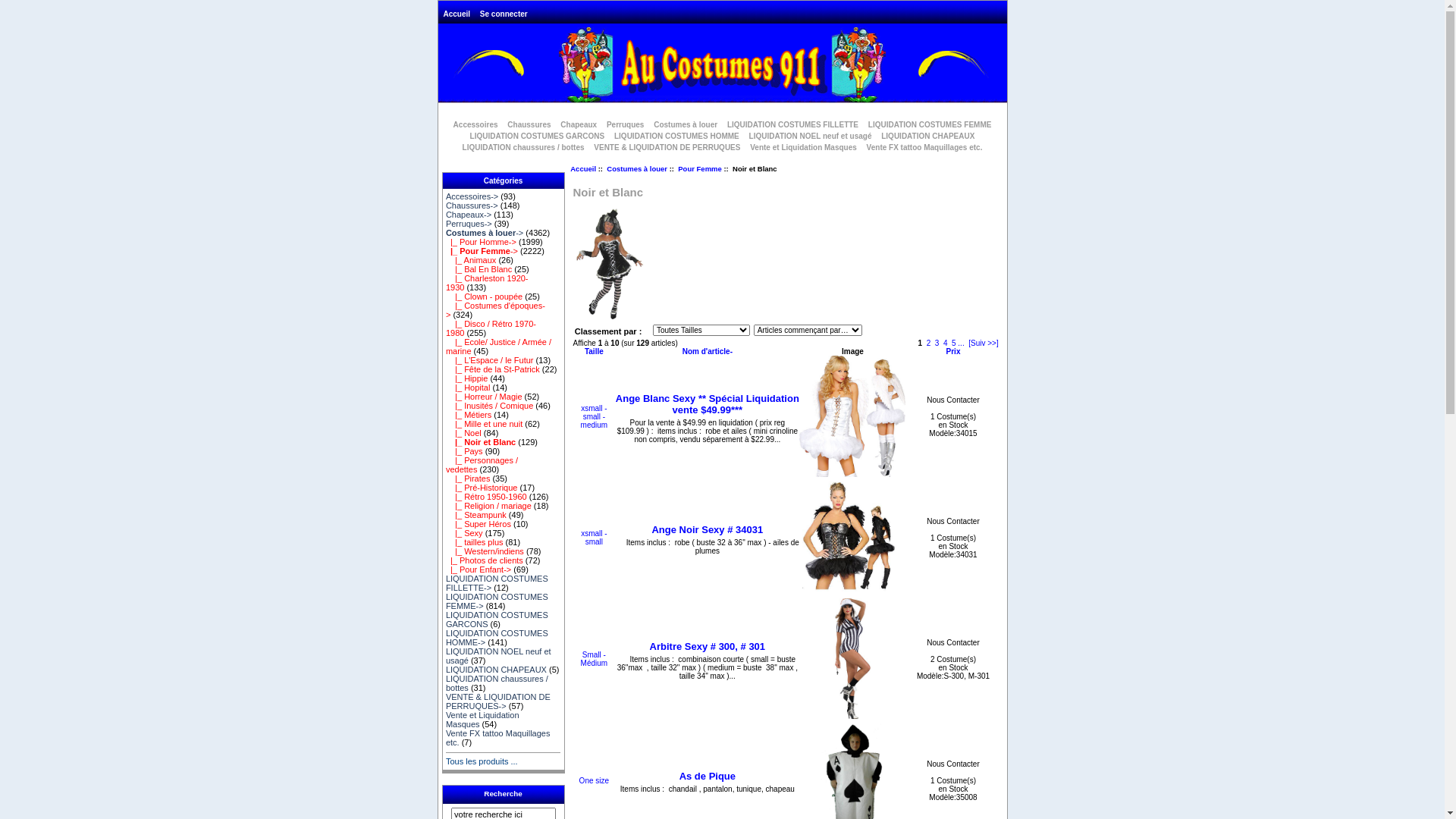 Image resolution: width=1456 pixels, height=819 pixels. I want to click on '5', so click(952, 343).